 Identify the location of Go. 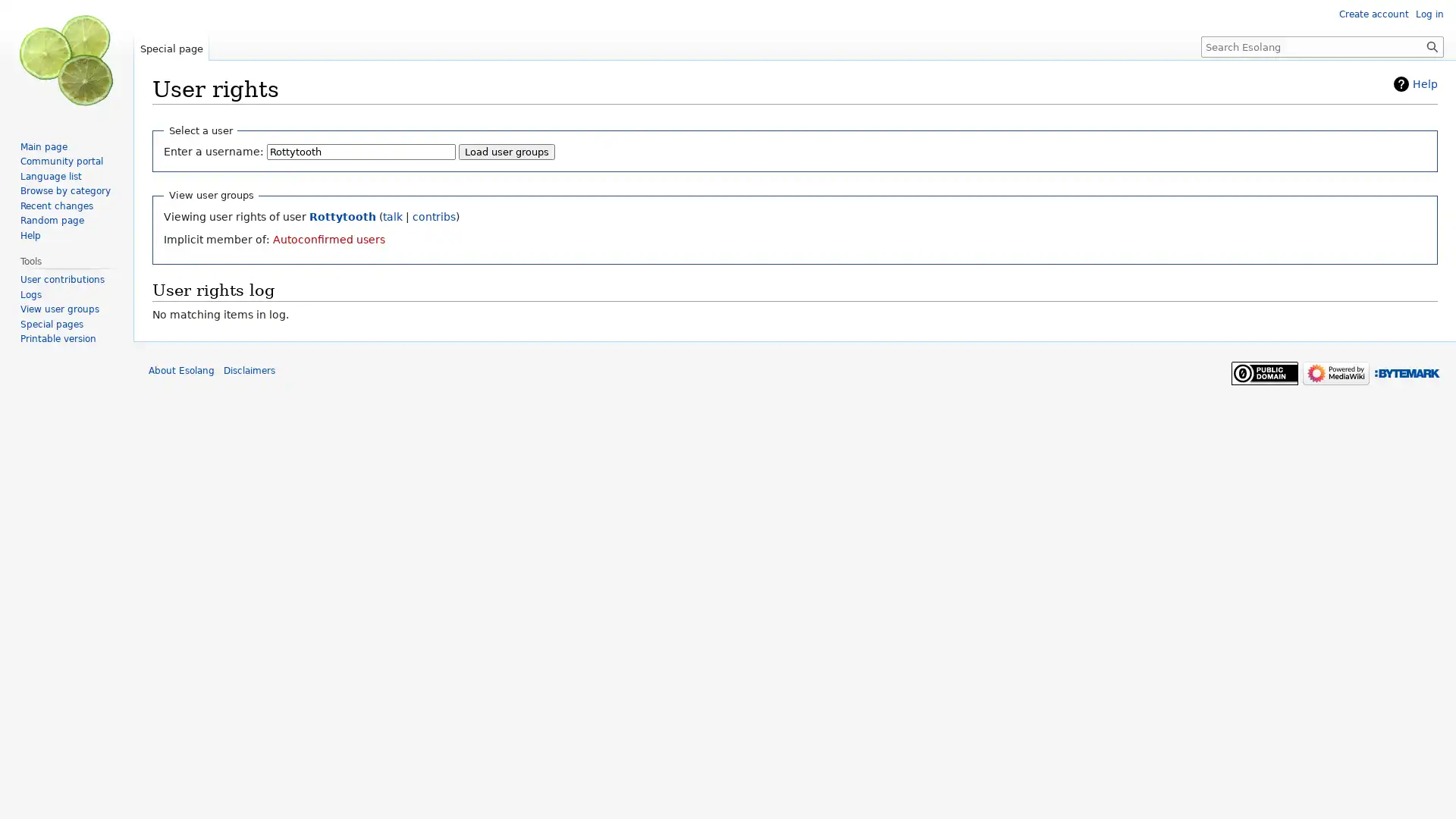
(1432, 45).